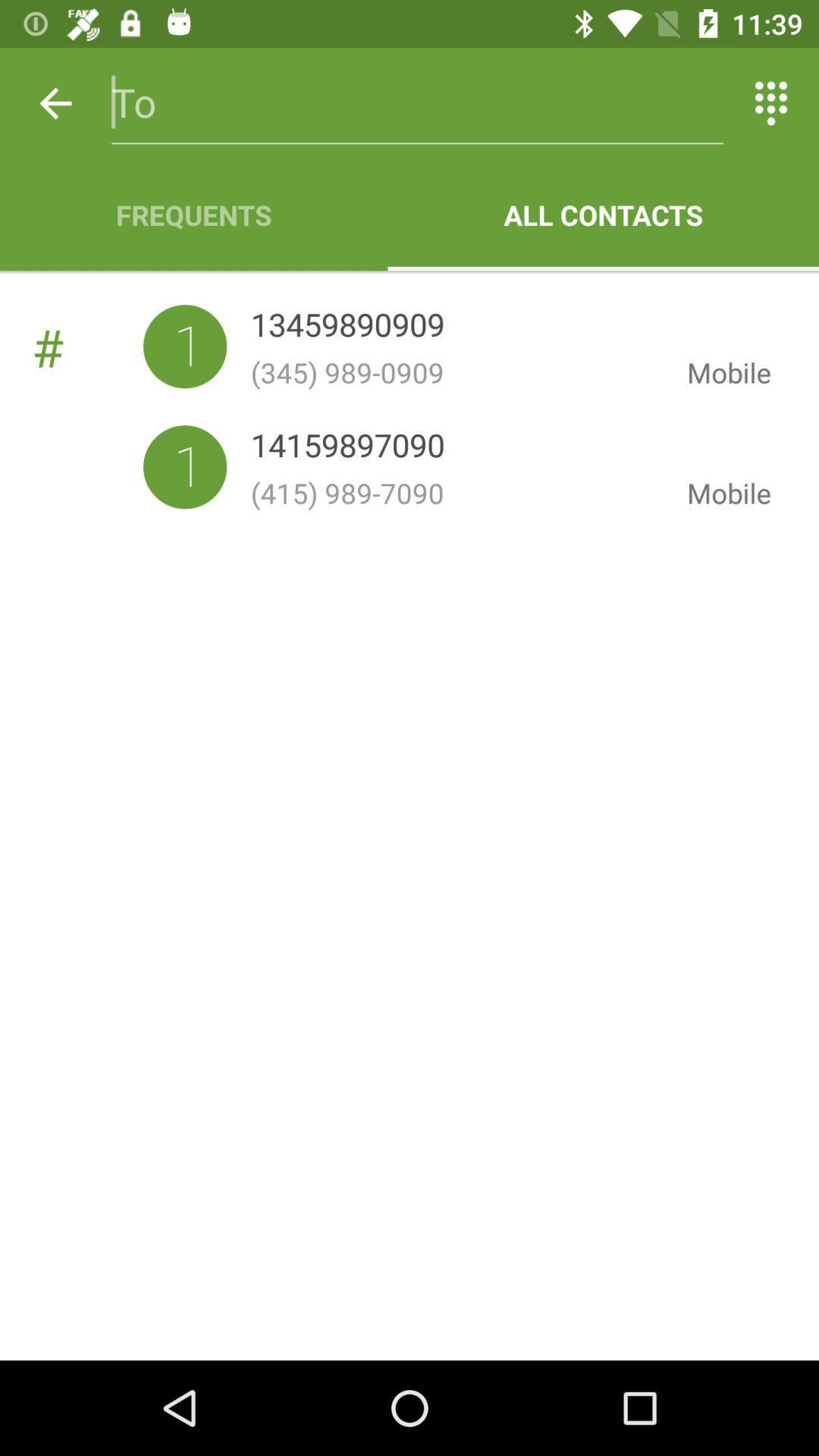 The image size is (819, 1456). What do you see at coordinates (193, 214) in the screenshot?
I see `frequents icon` at bounding box center [193, 214].